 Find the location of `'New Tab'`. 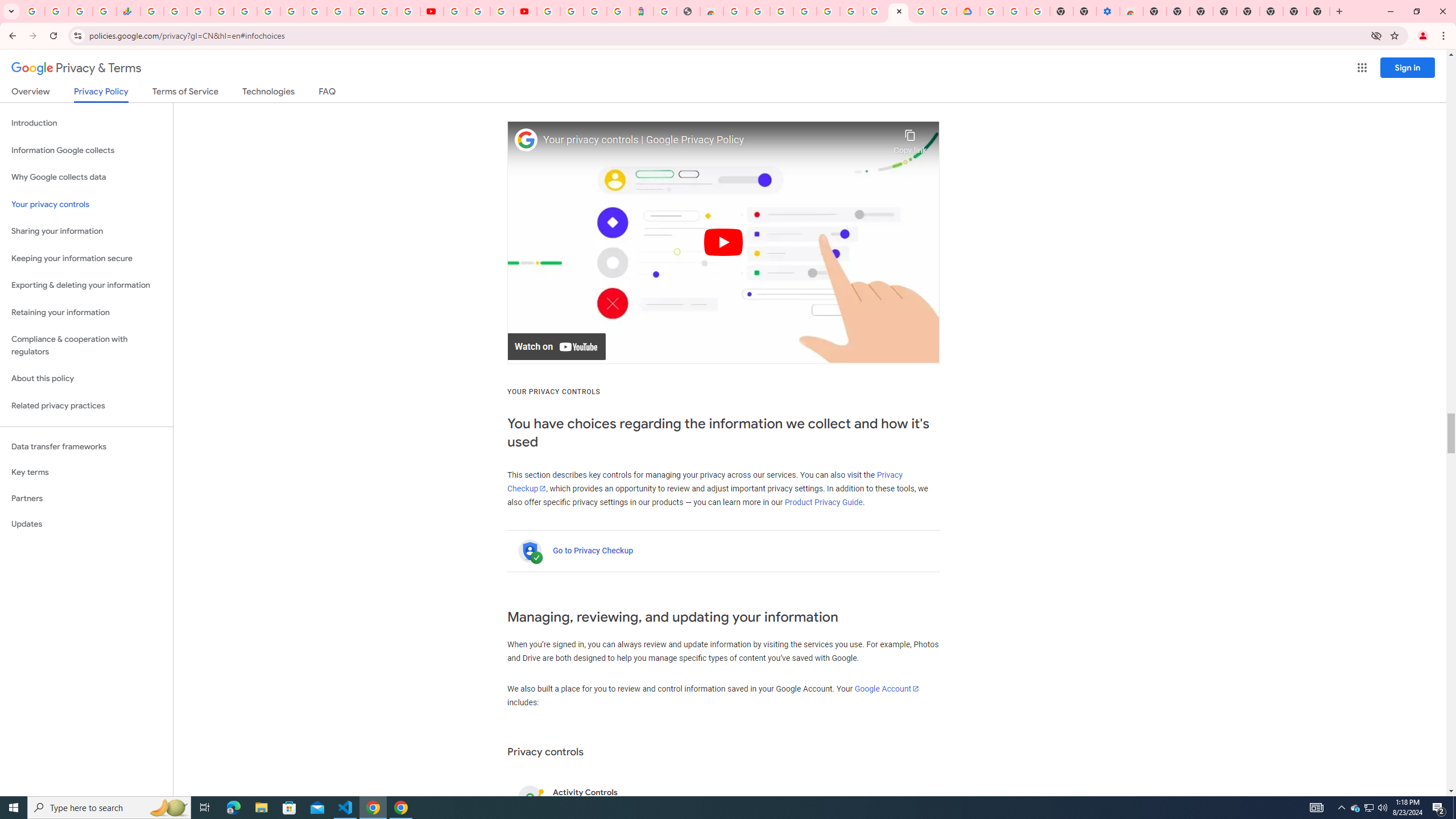

'New Tab' is located at coordinates (1318, 11).